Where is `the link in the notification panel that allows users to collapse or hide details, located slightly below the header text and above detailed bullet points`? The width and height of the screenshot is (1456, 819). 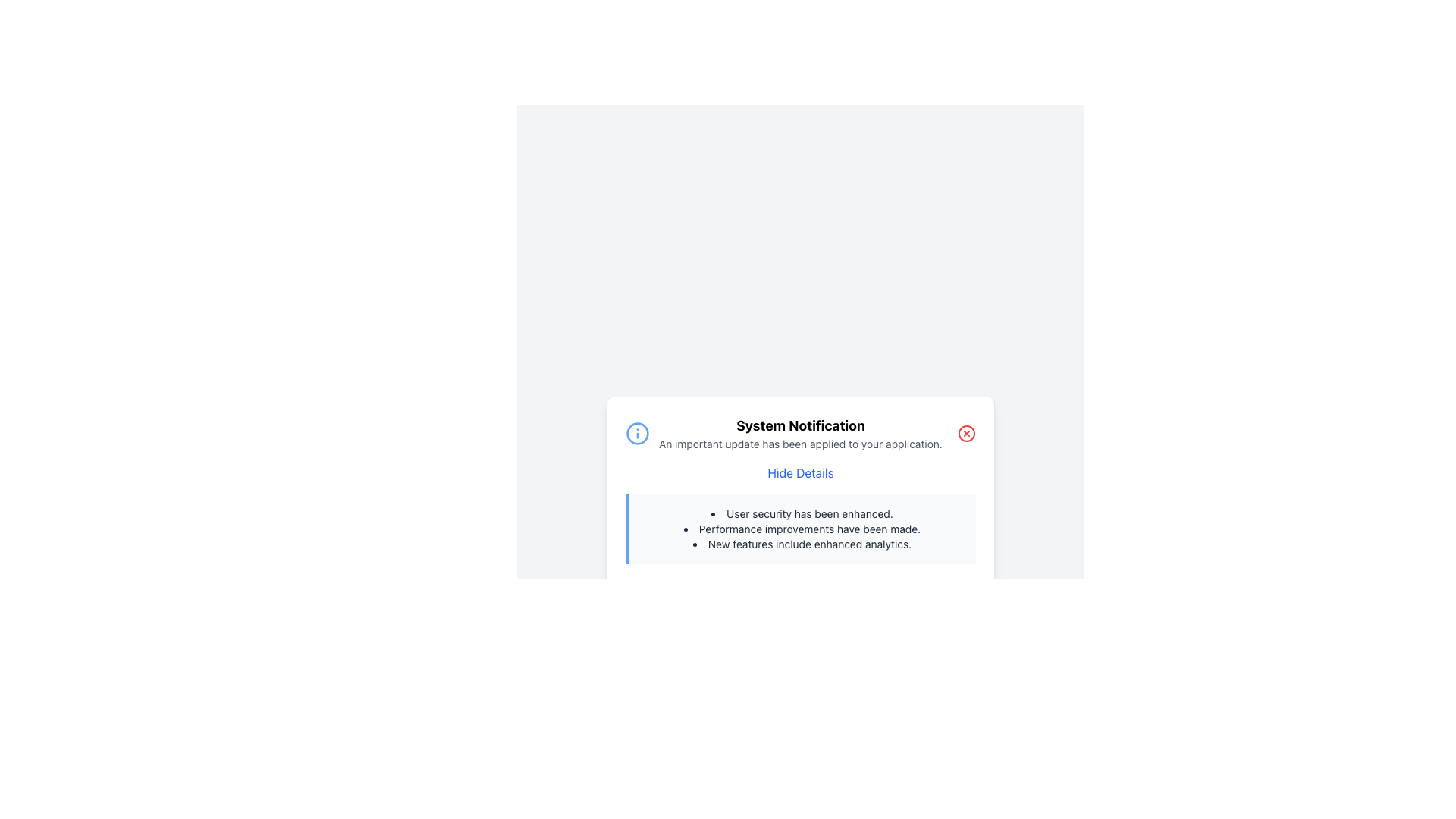
the link in the notification panel that allows users to collapse or hide details, located slightly below the header text and above detailed bullet points is located at coordinates (800, 472).